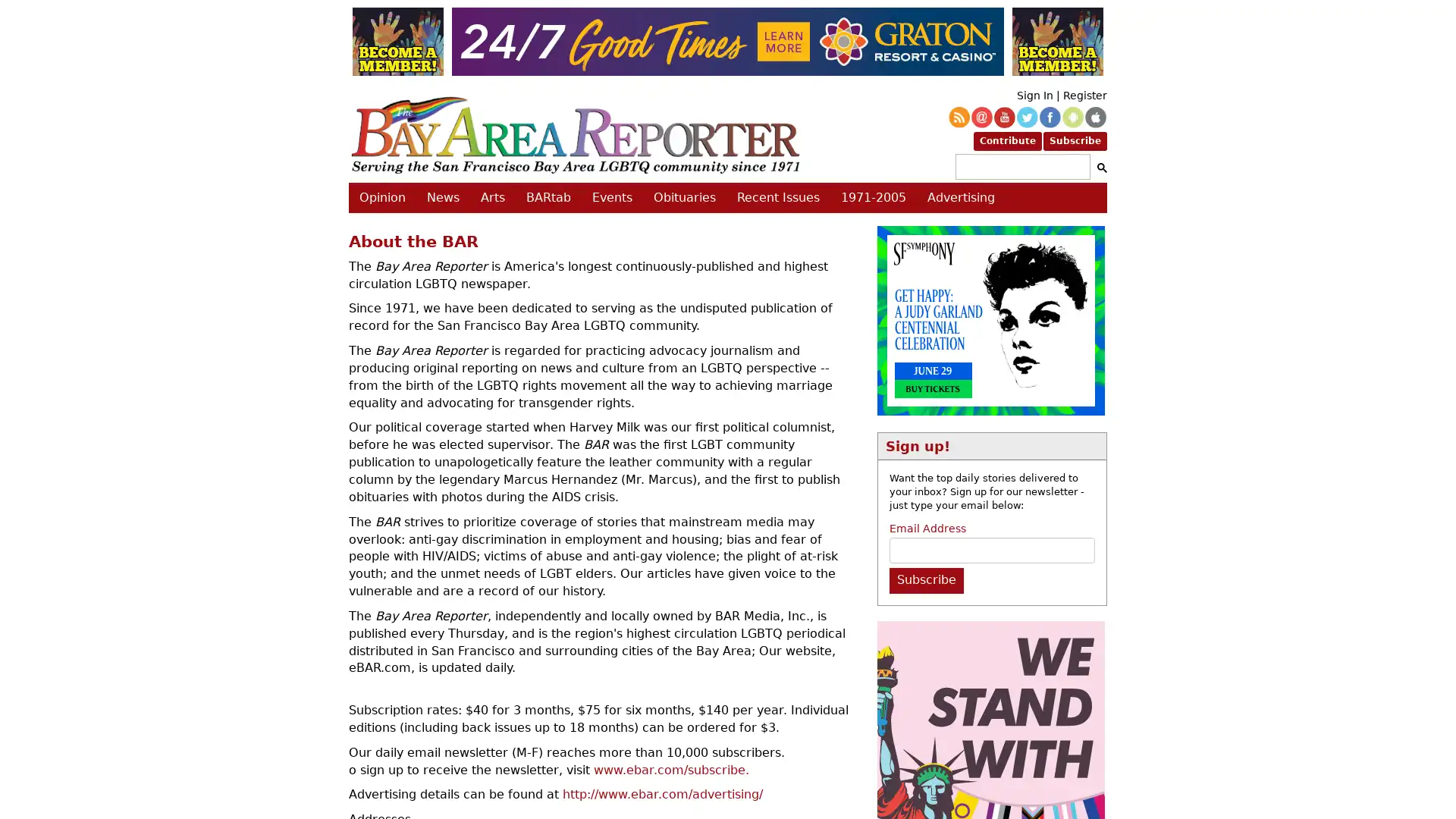 The image size is (1456, 819). I want to click on search, so click(1099, 167).